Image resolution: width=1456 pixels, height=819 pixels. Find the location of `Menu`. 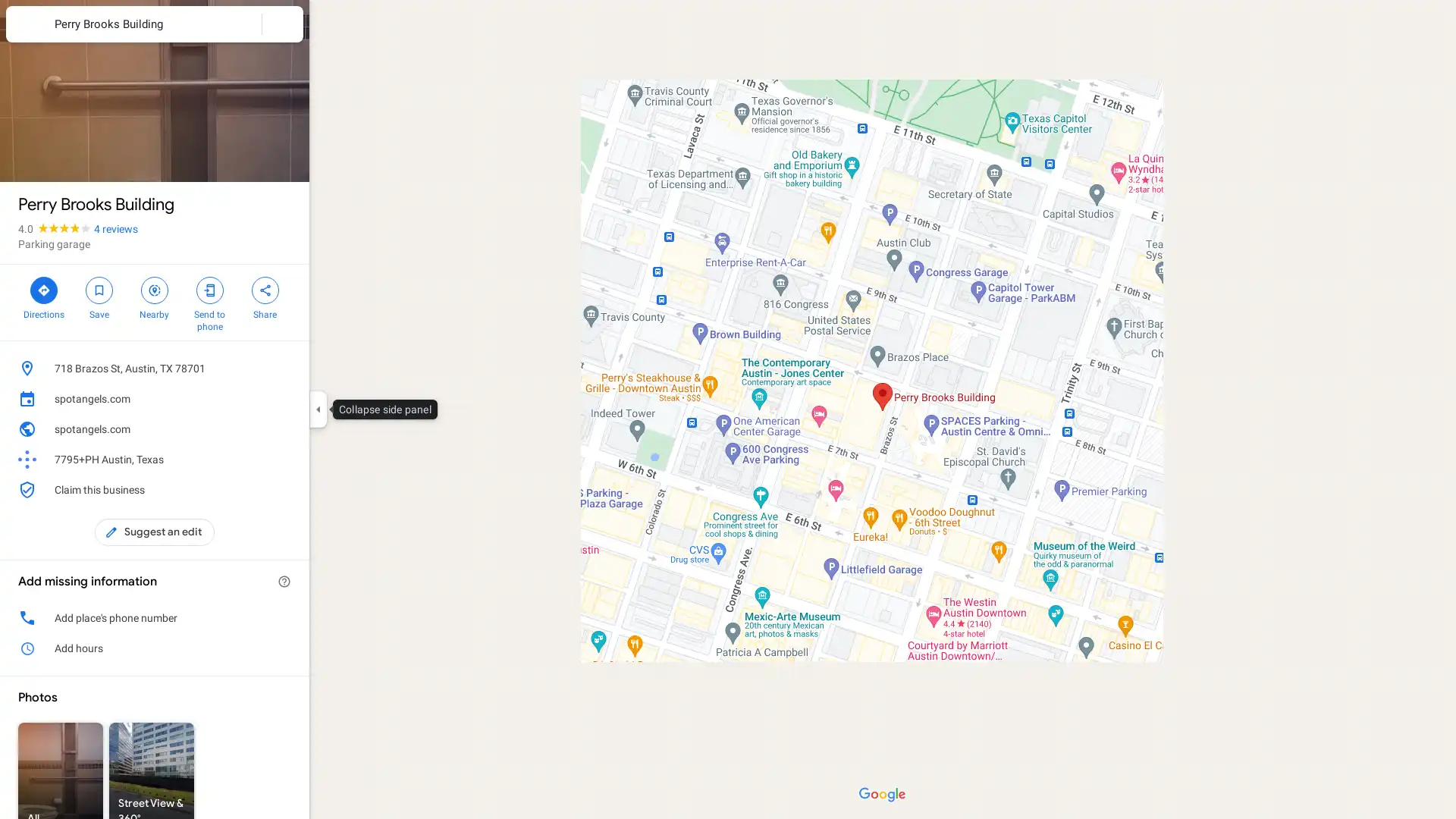

Menu is located at coordinates (27, 26).